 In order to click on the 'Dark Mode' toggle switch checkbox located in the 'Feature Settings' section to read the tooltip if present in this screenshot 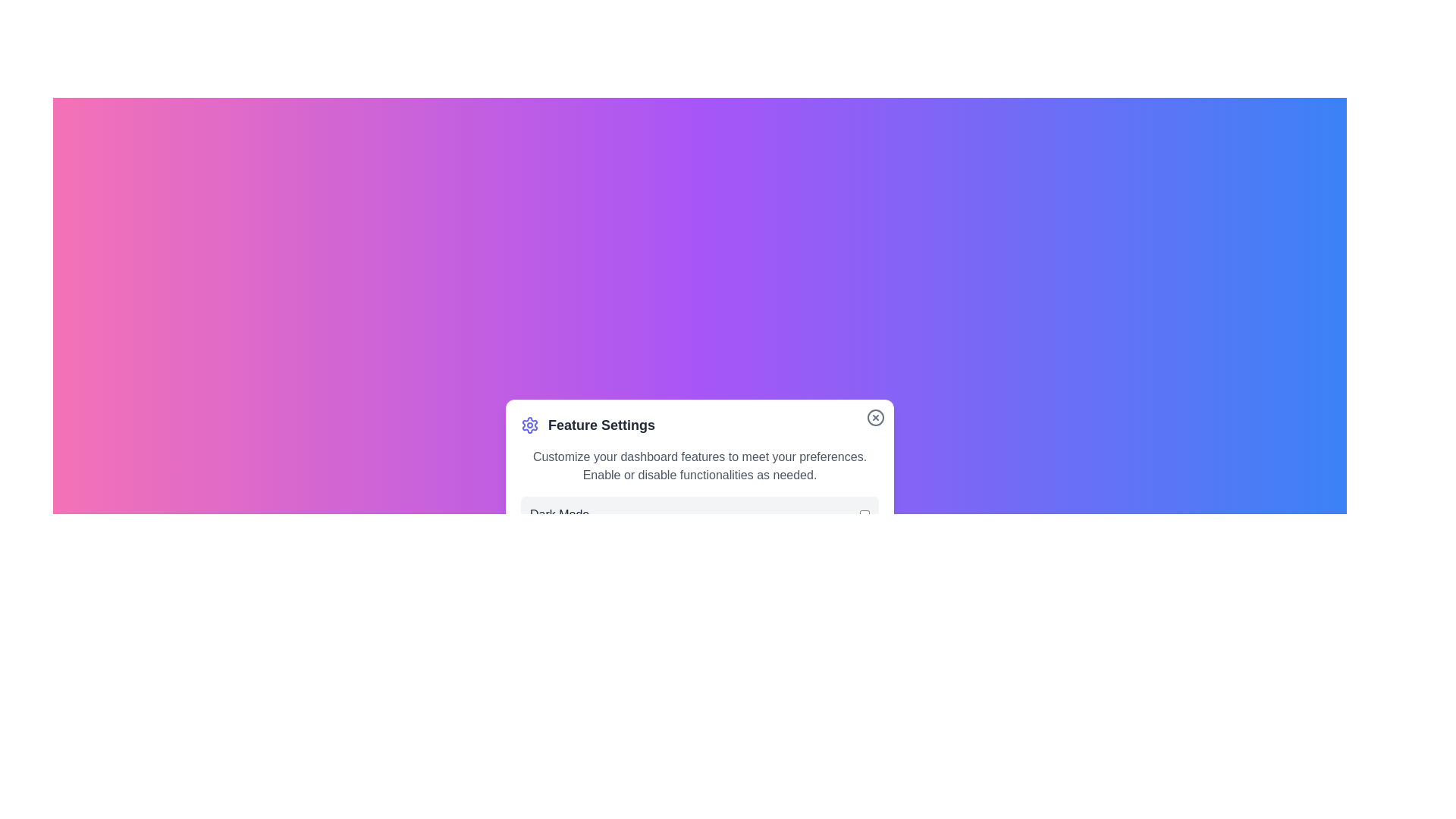, I will do `click(698, 513)`.